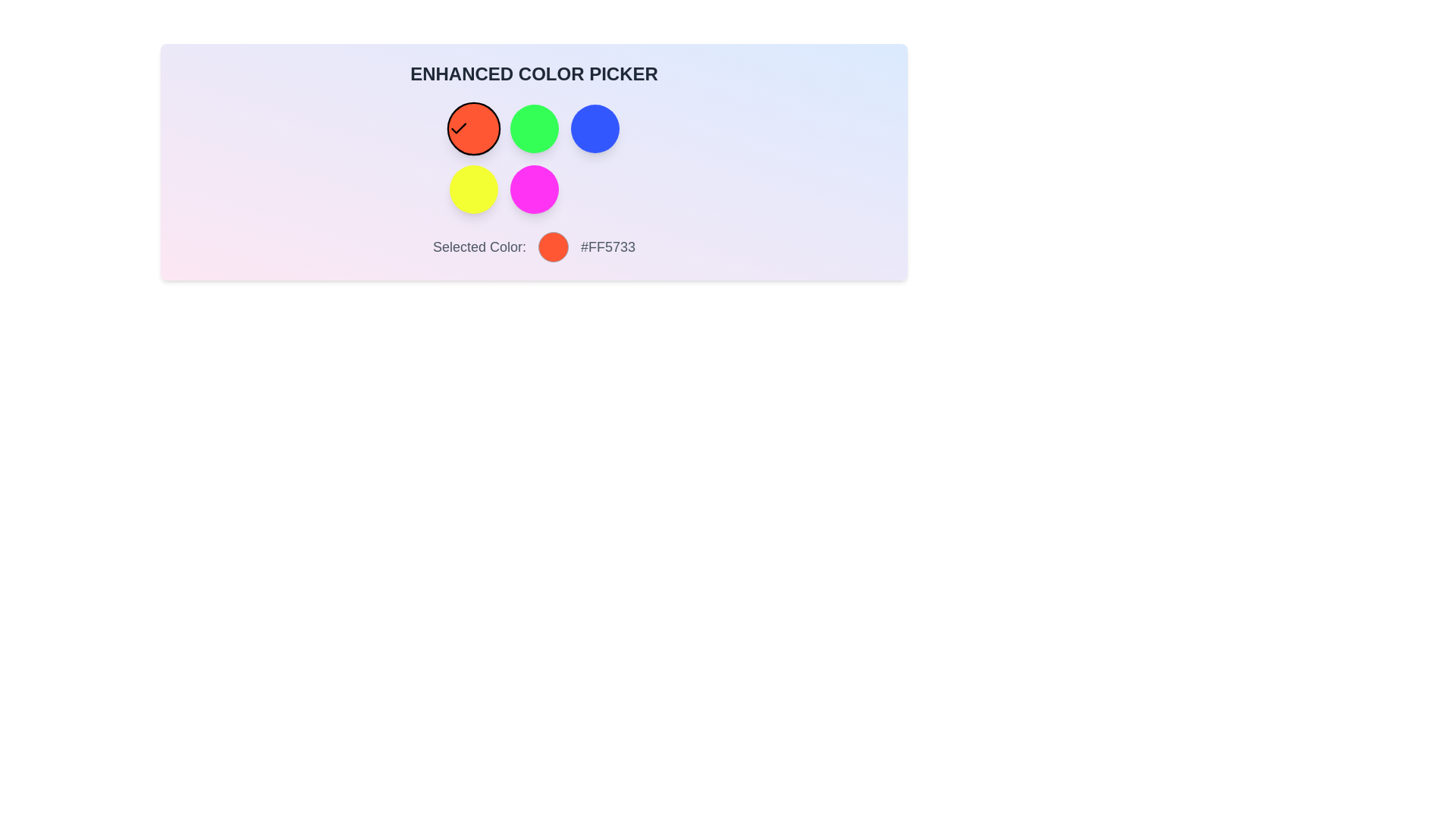  I want to click on the color selector button located in the bottom row, middle column of the grid layout, so click(534, 189).